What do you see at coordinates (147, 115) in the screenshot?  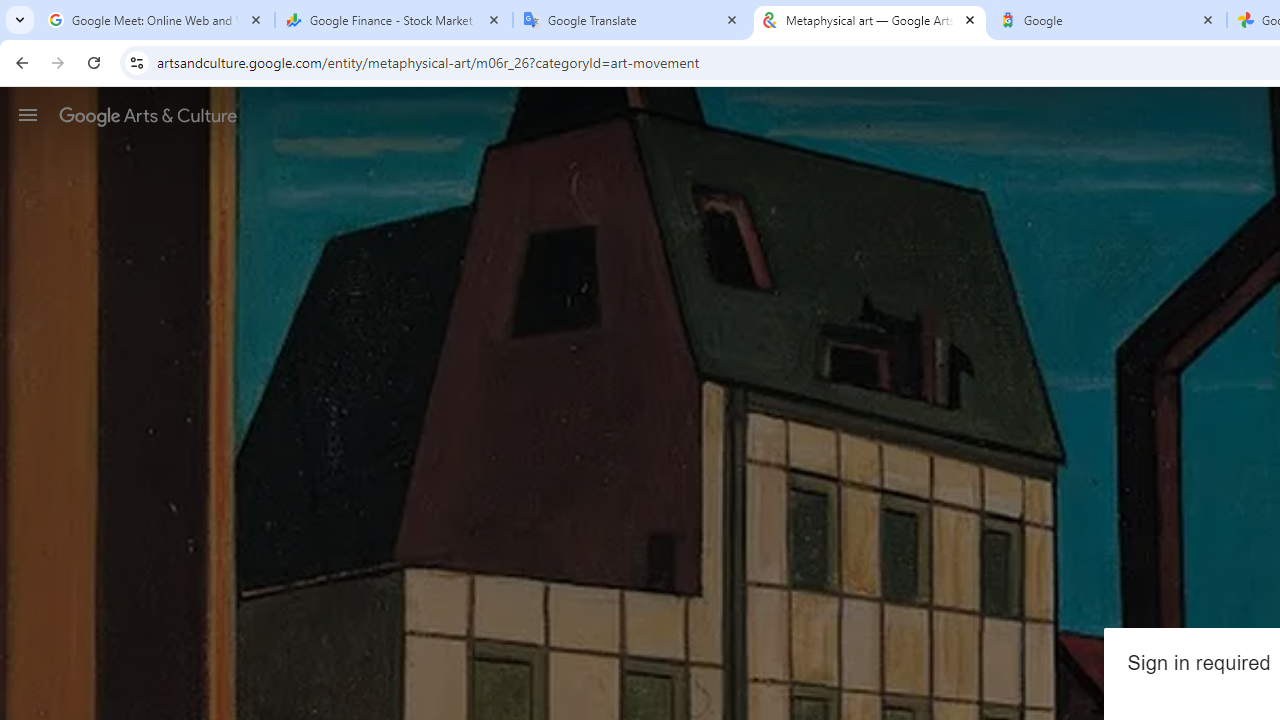 I see `'Google Arts & Culture'` at bounding box center [147, 115].